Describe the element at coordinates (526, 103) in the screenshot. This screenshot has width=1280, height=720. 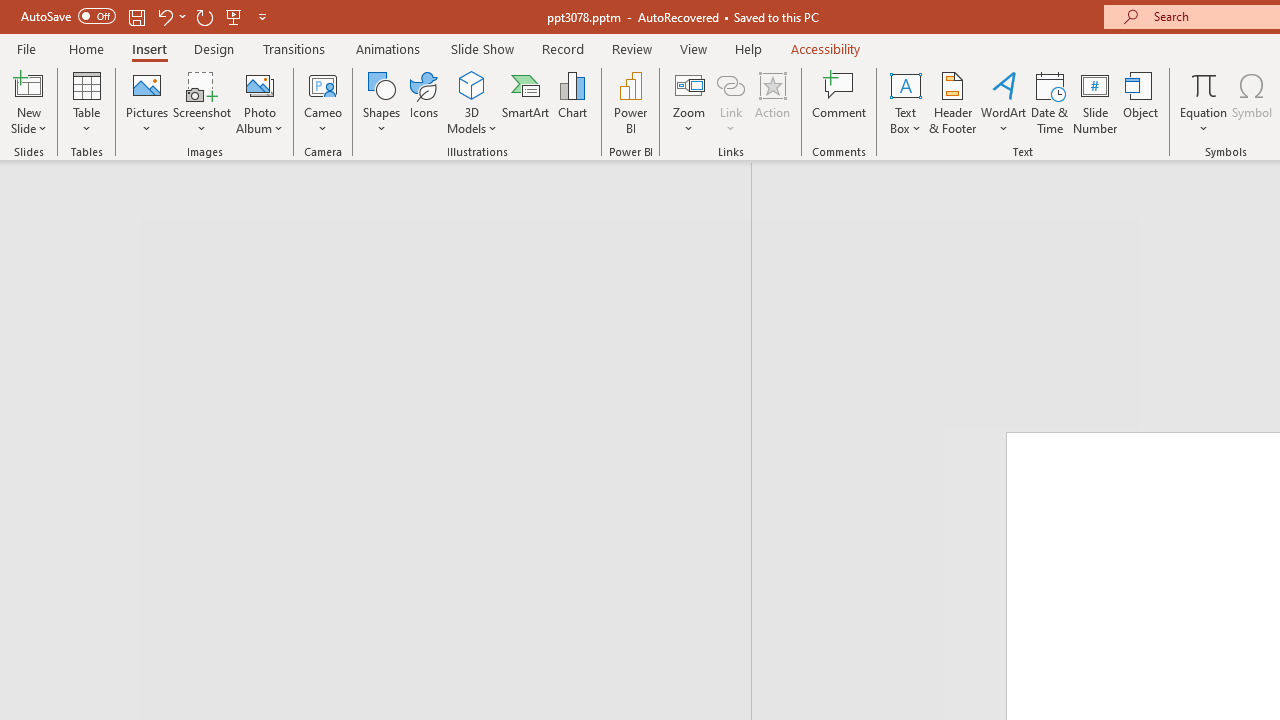
I see `'SmartArt...'` at that location.